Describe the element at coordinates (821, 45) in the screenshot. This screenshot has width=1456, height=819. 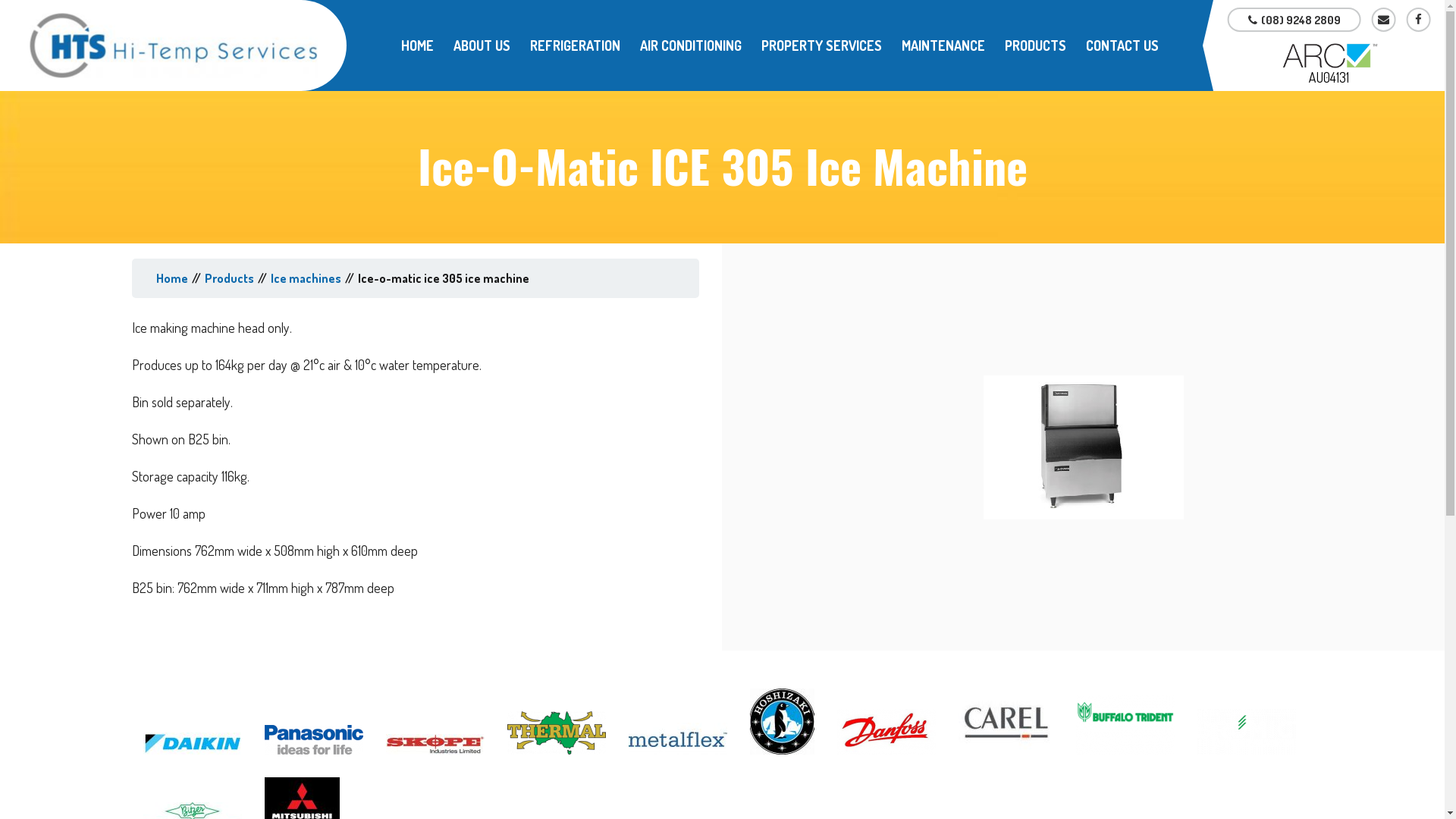
I see `'PROPERTY SERVICES'` at that location.